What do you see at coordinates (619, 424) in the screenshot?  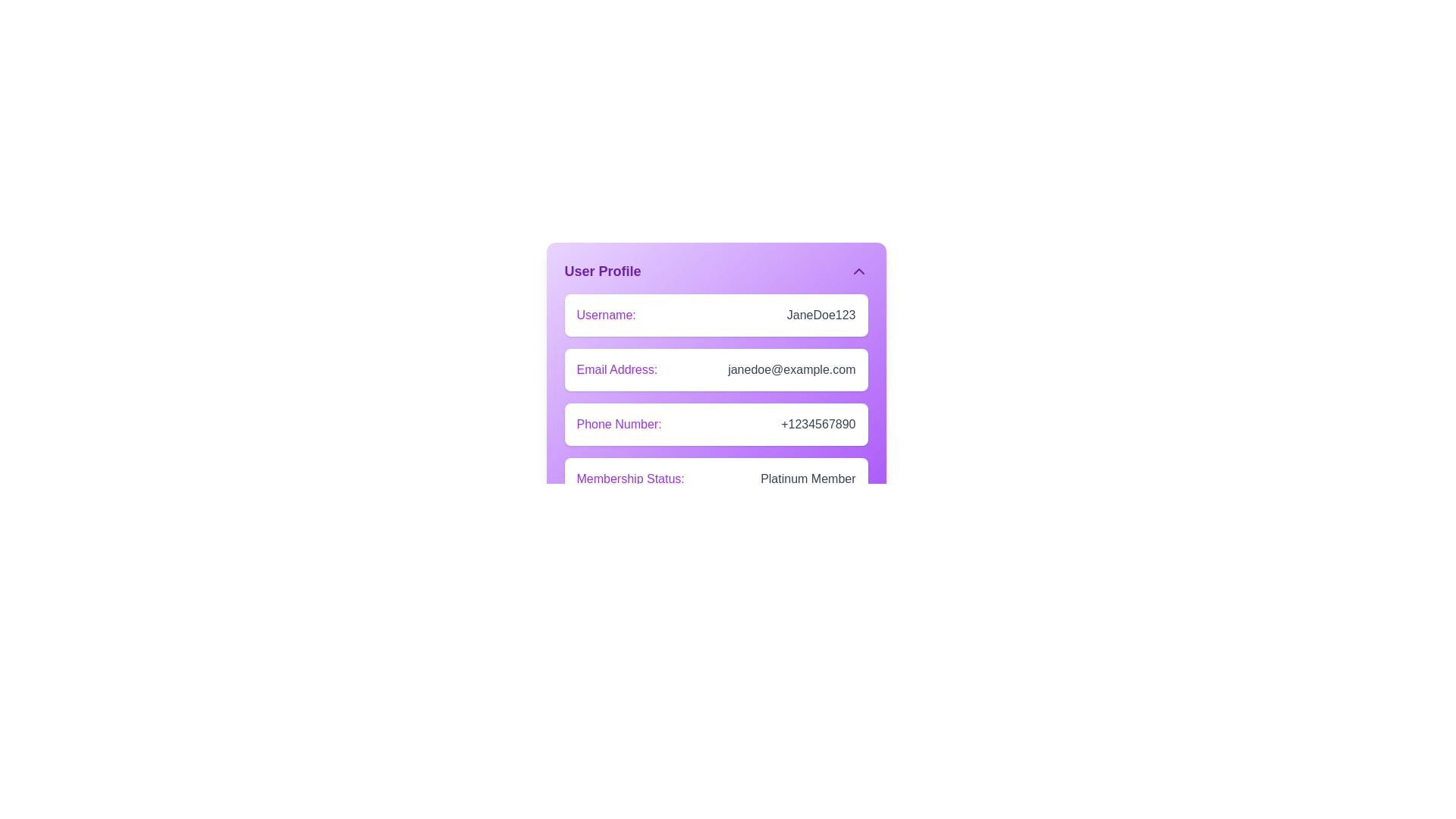 I see `text from the Text Label that indicates the phone number field within the user profile display, located in the left column of the profile list` at bounding box center [619, 424].